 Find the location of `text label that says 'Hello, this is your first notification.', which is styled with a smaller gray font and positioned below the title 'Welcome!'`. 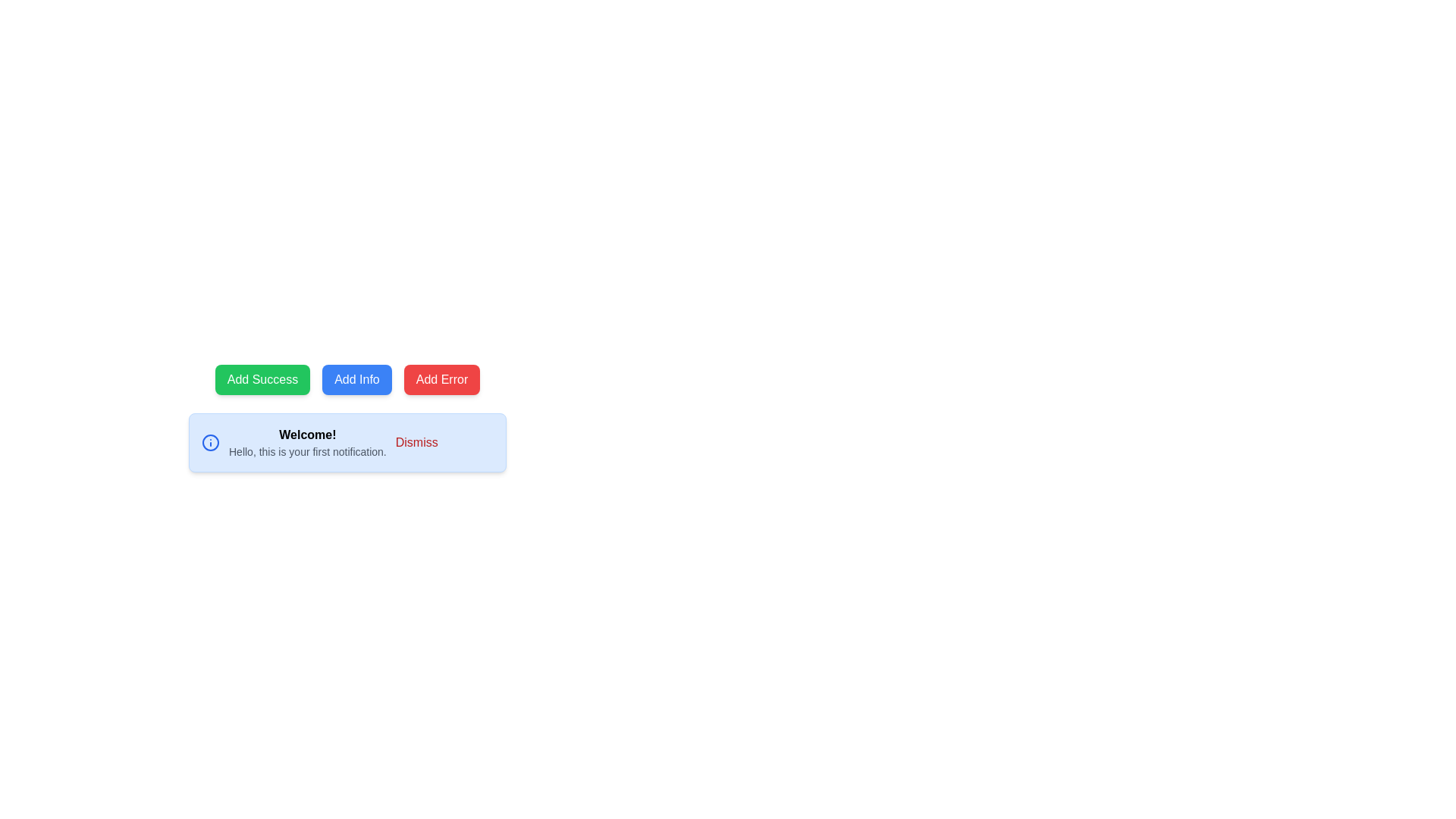

text label that says 'Hello, this is your first notification.', which is styled with a smaller gray font and positioned below the title 'Welcome!' is located at coordinates (306, 451).